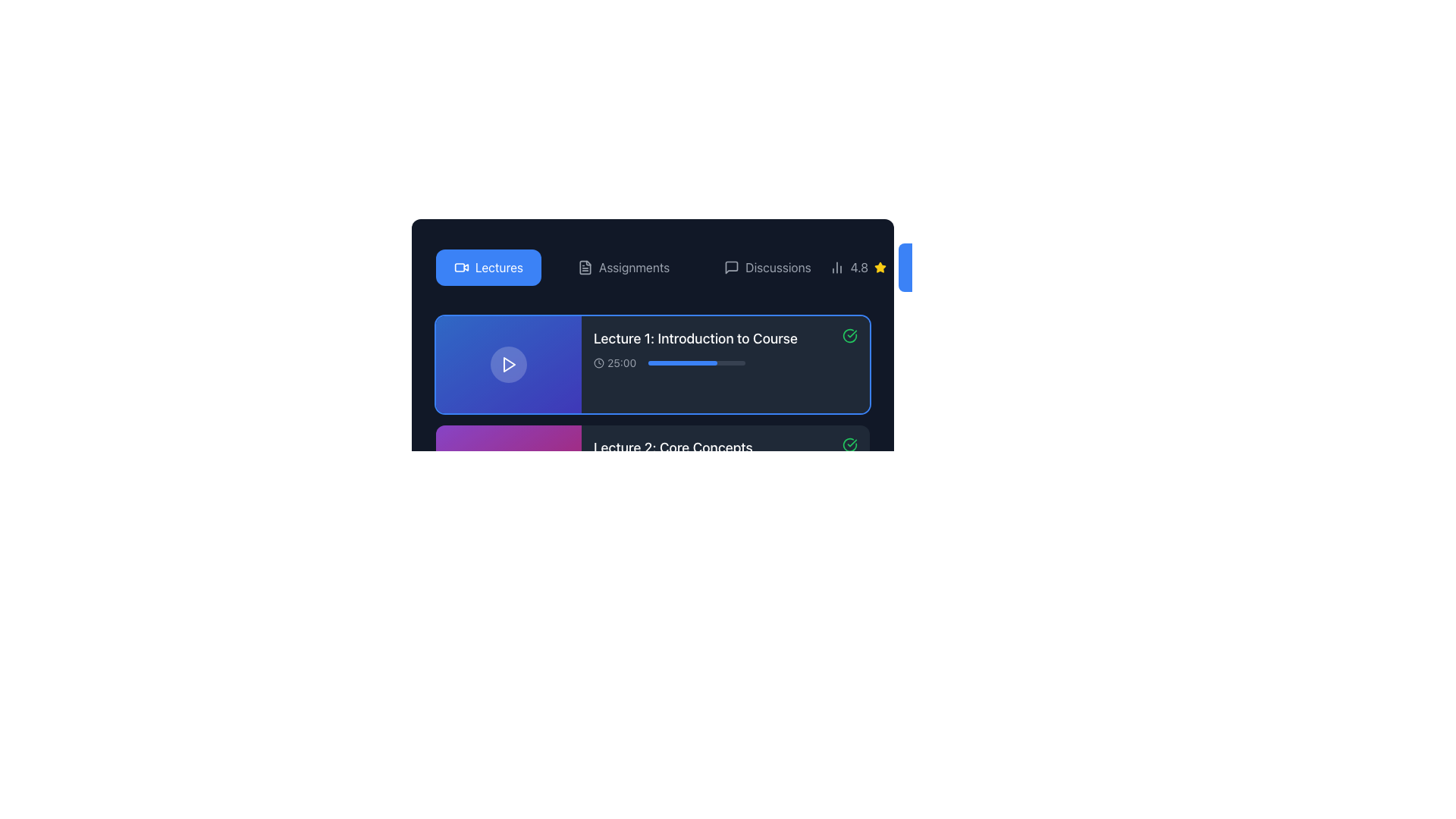 The height and width of the screenshot is (819, 1456). What do you see at coordinates (858, 267) in the screenshot?
I see `the text label displaying '4.8' which is styled in gray and located in the upper-right section of the interface, positioned between a bar chart icon on the left and a star icon on the right` at bounding box center [858, 267].